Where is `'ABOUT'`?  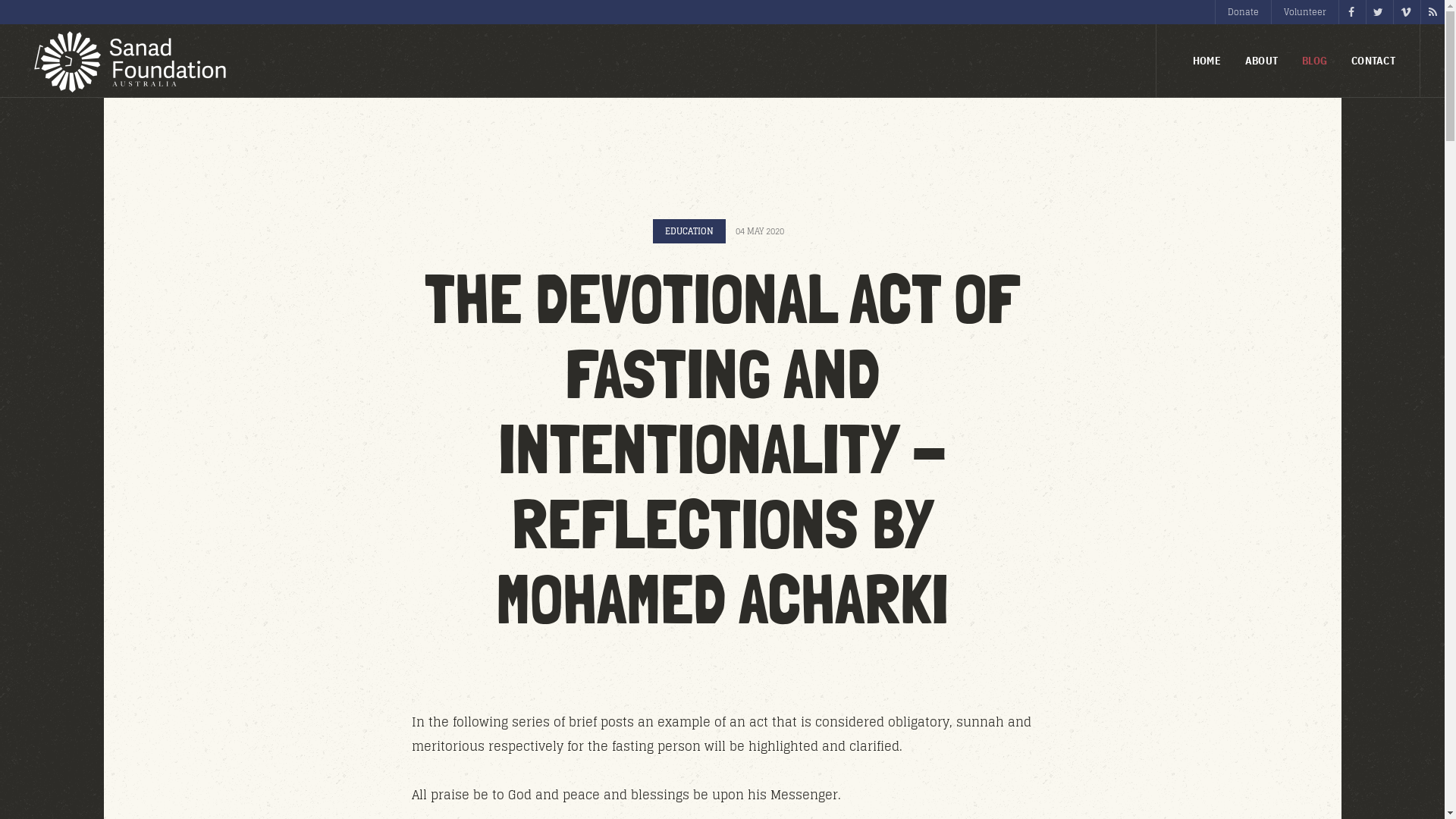
'ABOUT' is located at coordinates (1261, 60).